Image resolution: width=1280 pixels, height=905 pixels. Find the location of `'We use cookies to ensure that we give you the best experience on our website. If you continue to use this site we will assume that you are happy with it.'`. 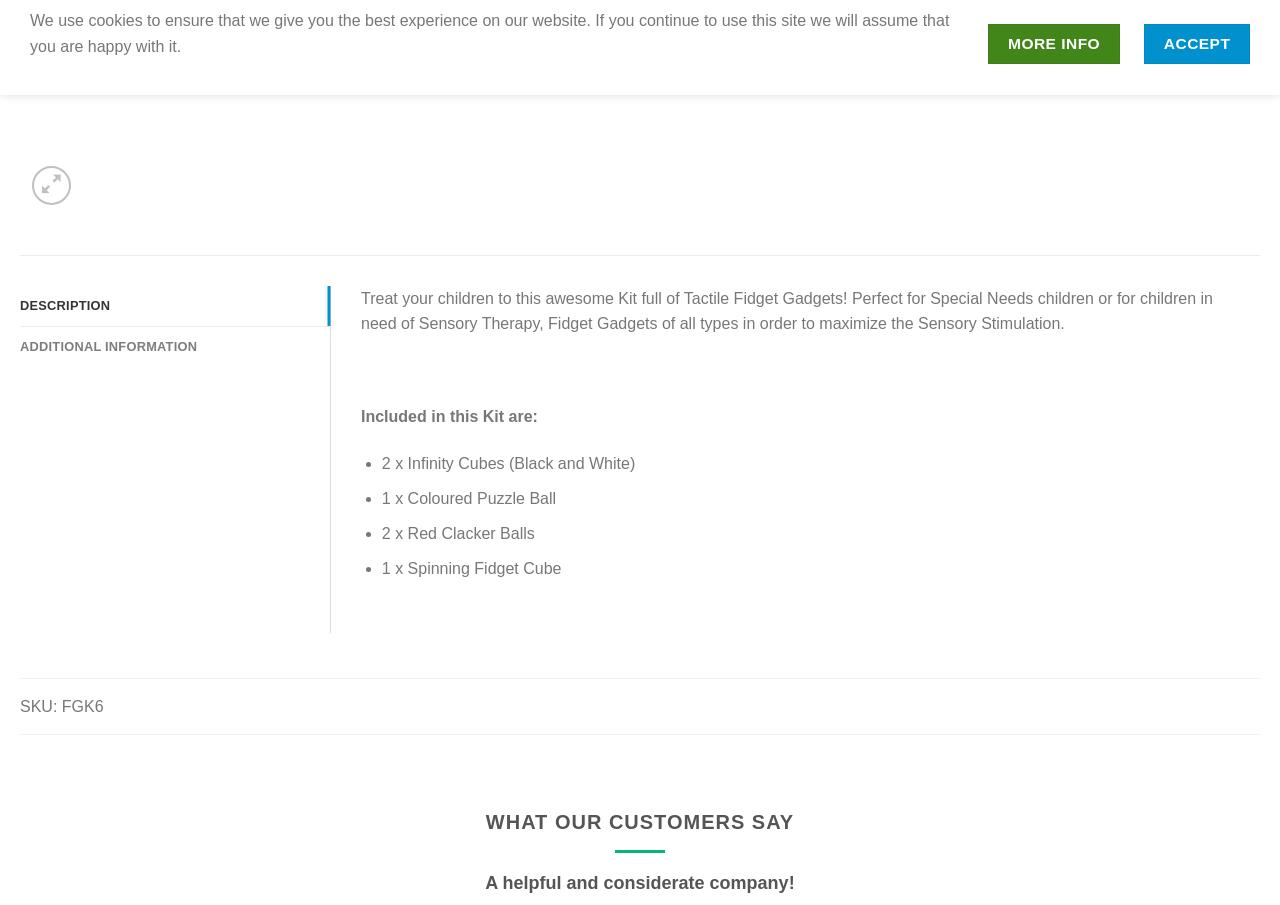

'We use cookies to ensure that we give you the best experience on our website. If you continue to use this site we will assume that you are happy with it.' is located at coordinates (489, 32).